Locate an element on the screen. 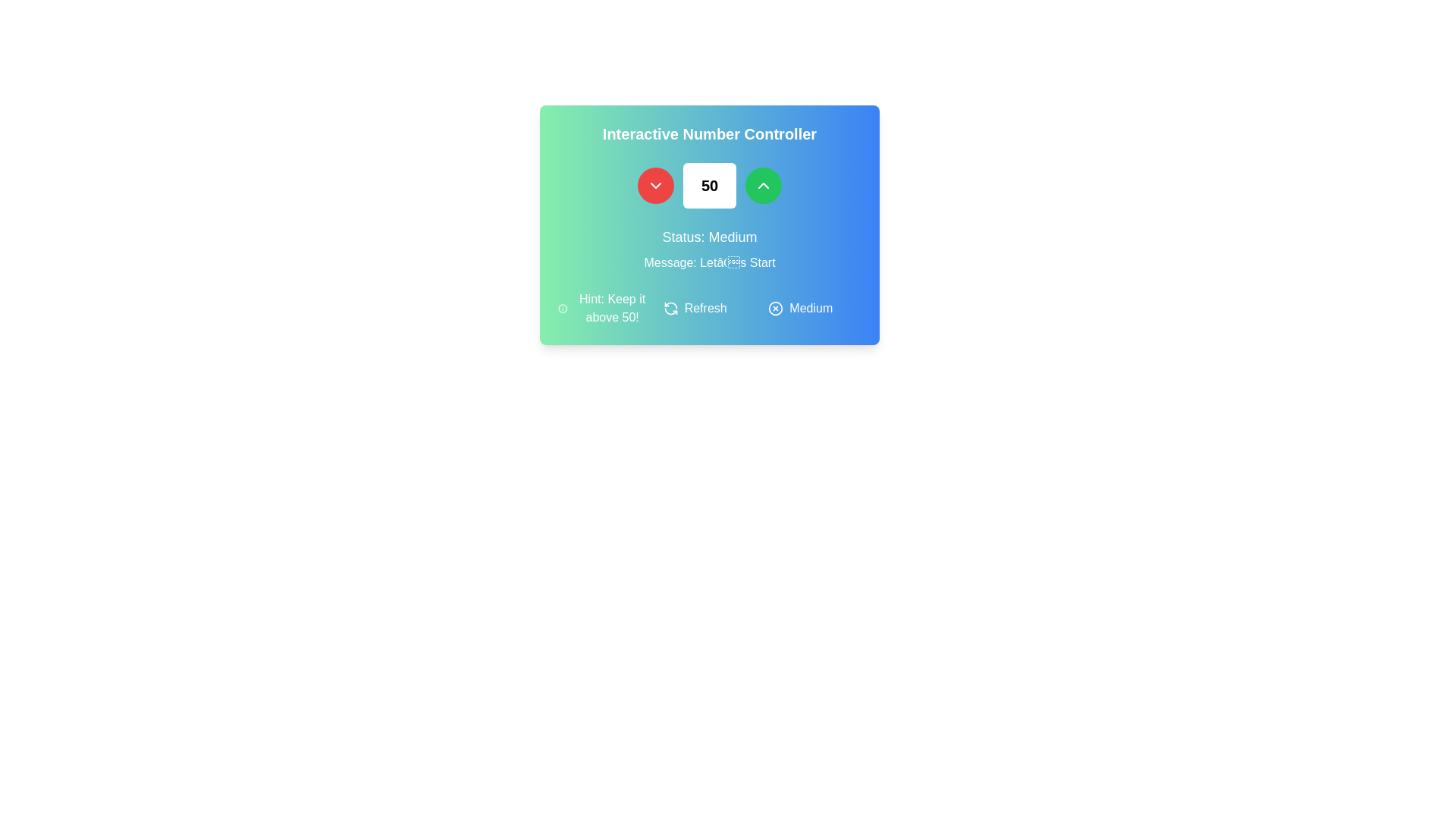 This screenshot has height=819, width=1456. the numeric value display box located between a red button with a downward arrow and a green button with an upward arrow is located at coordinates (709, 185).